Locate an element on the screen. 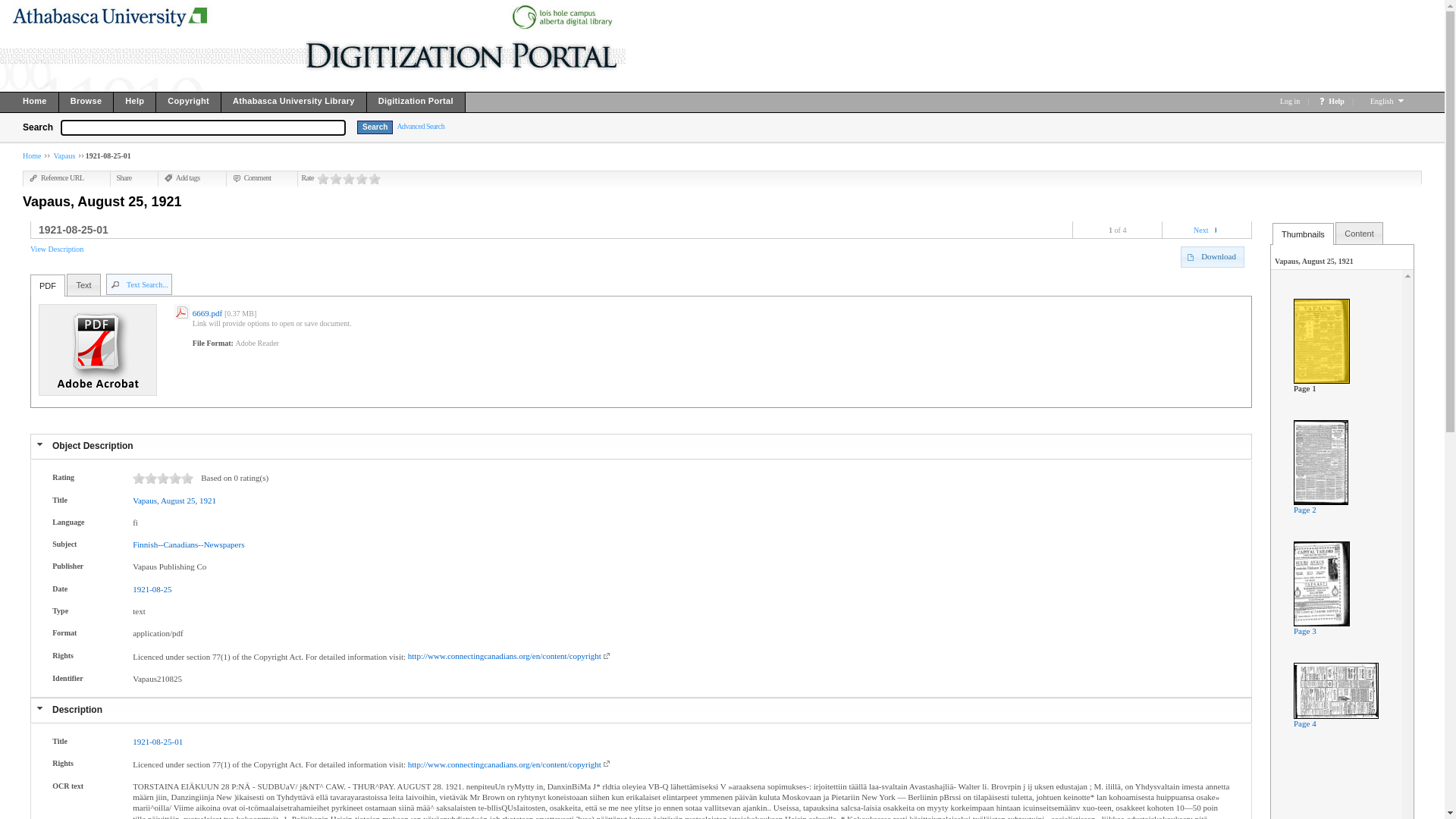 The height and width of the screenshot is (819, 1456). 'Reference URL' is located at coordinates (57, 177).